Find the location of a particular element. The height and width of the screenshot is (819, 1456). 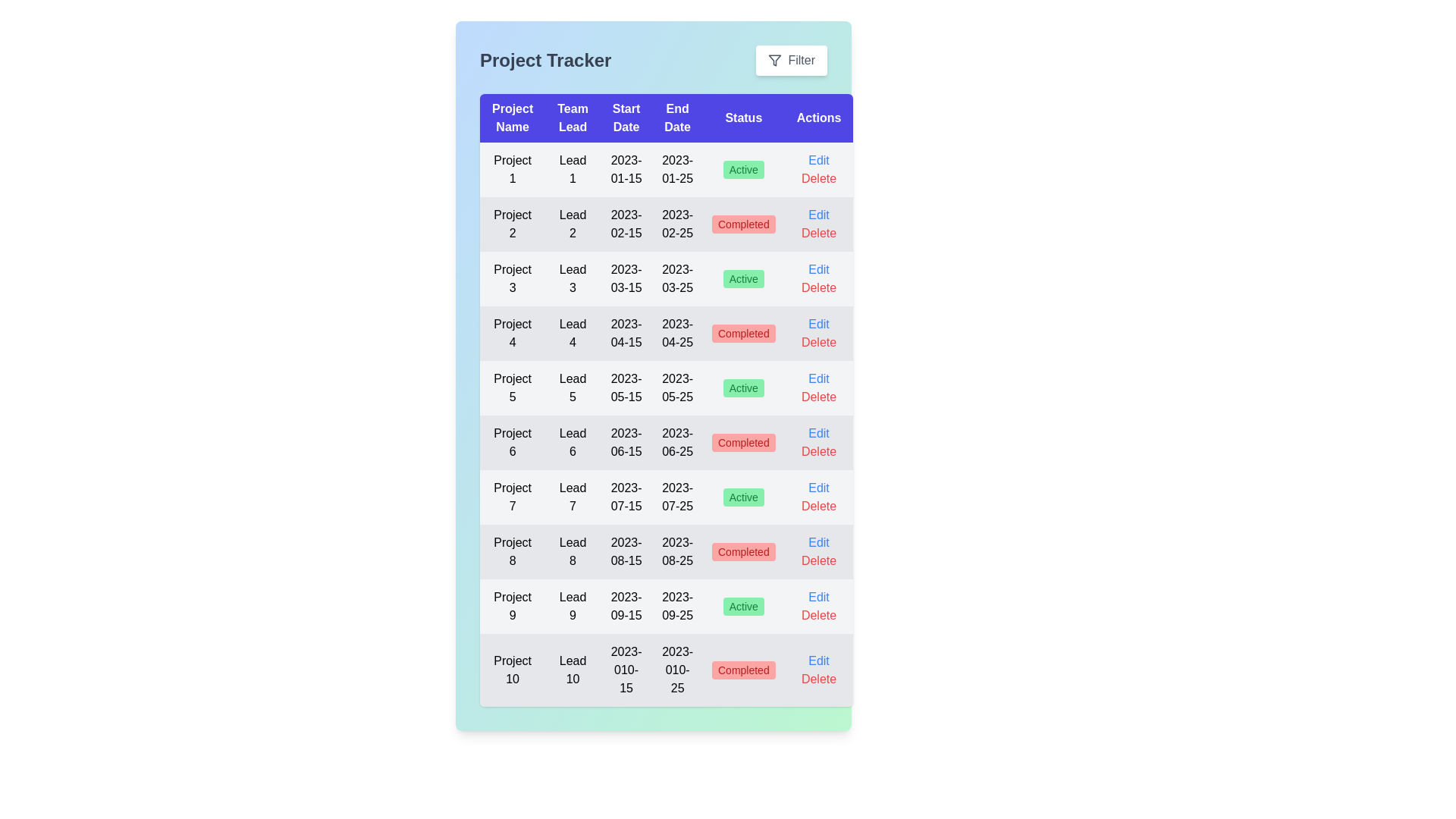

the filter button to apply filtering is located at coordinates (790, 60).